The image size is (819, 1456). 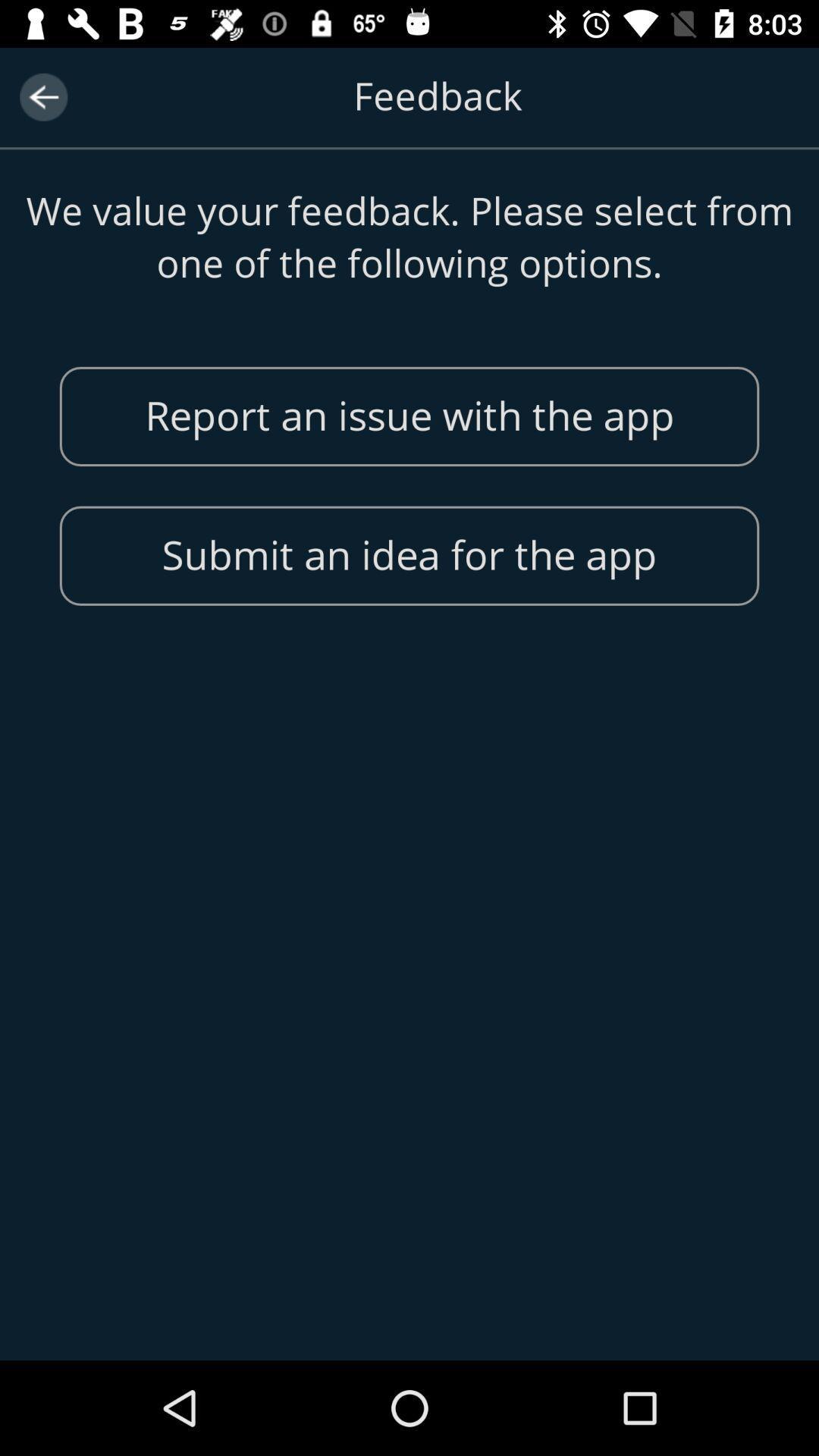 I want to click on the arrow_backward icon, so click(x=42, y=96).